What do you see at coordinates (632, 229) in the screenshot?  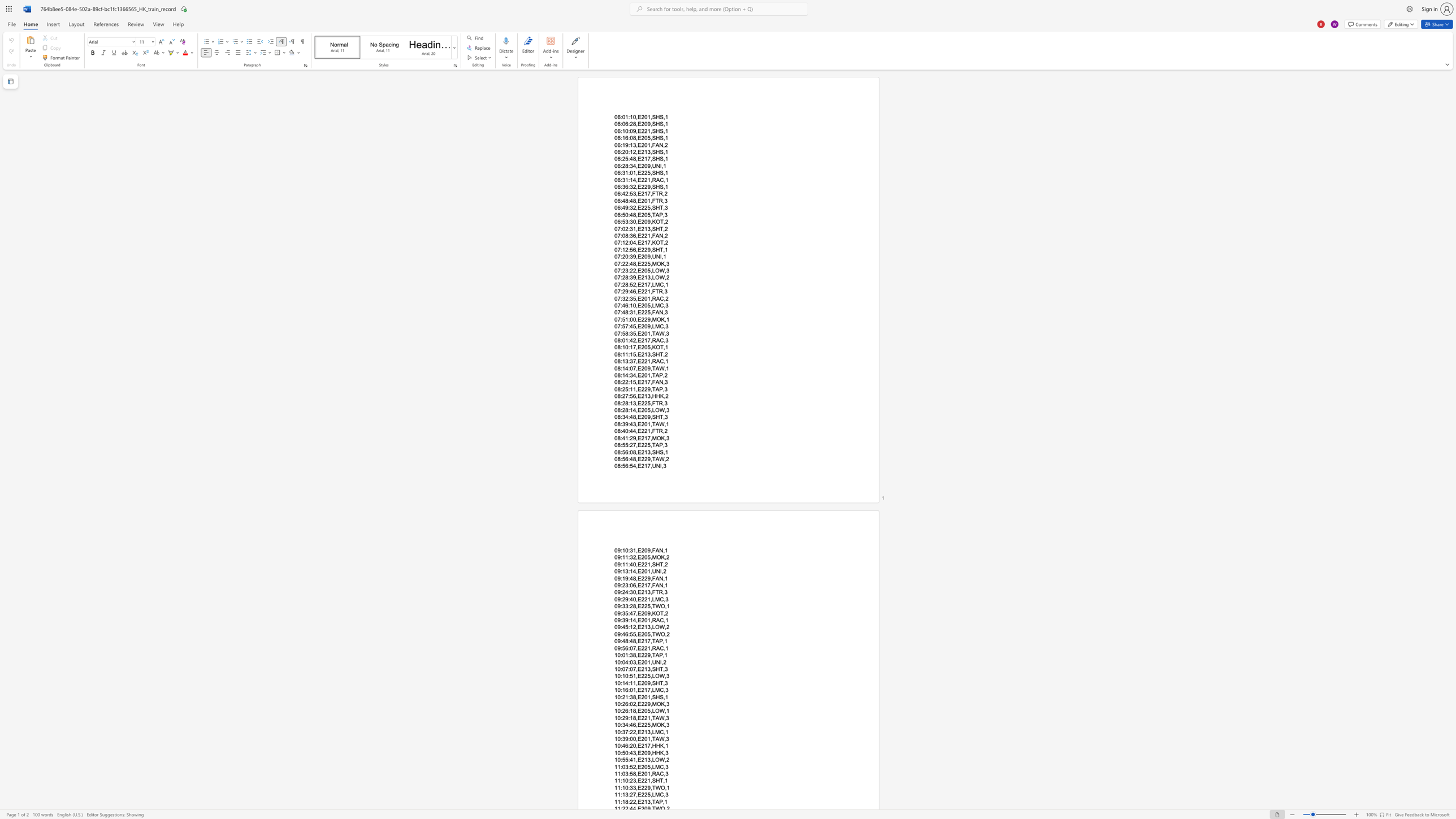 I see `the space between the continuous character "3" and "1" in the text` at bounding box center [632, 229].